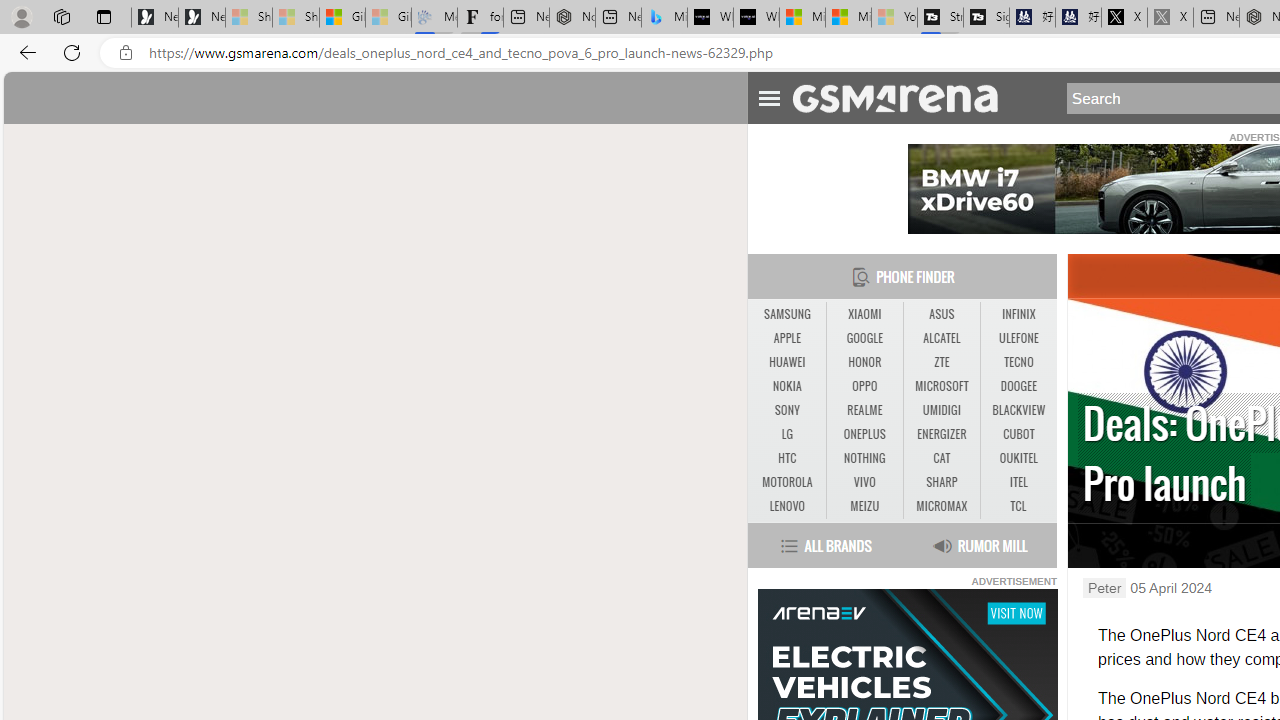 This screenshot has width=1280, height=720. I want to click on 'MICROSOFT', so click(941, 387).